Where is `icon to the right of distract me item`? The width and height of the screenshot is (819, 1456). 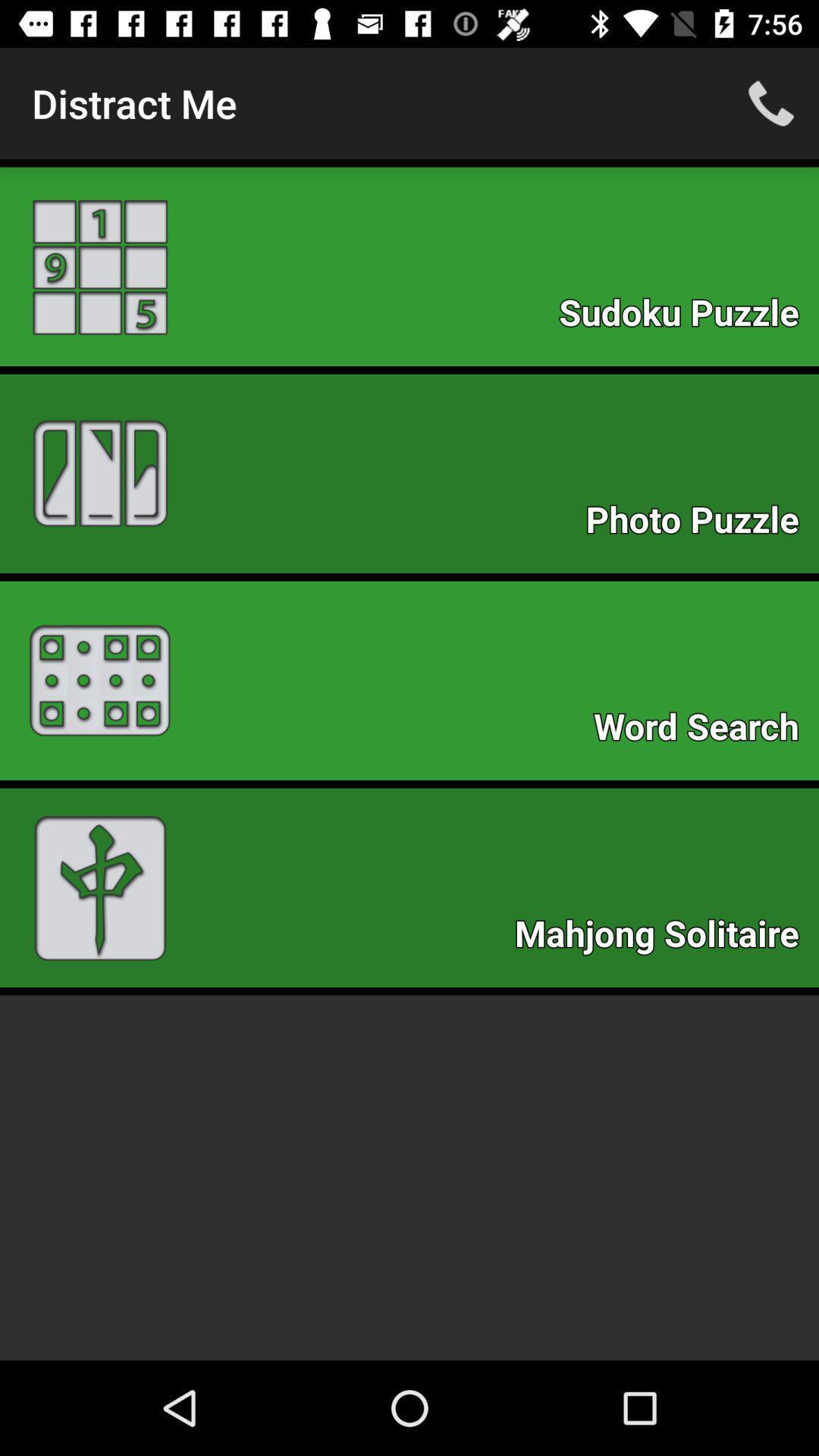 icon to the right of distract me item is located at coordinates (771, 102).